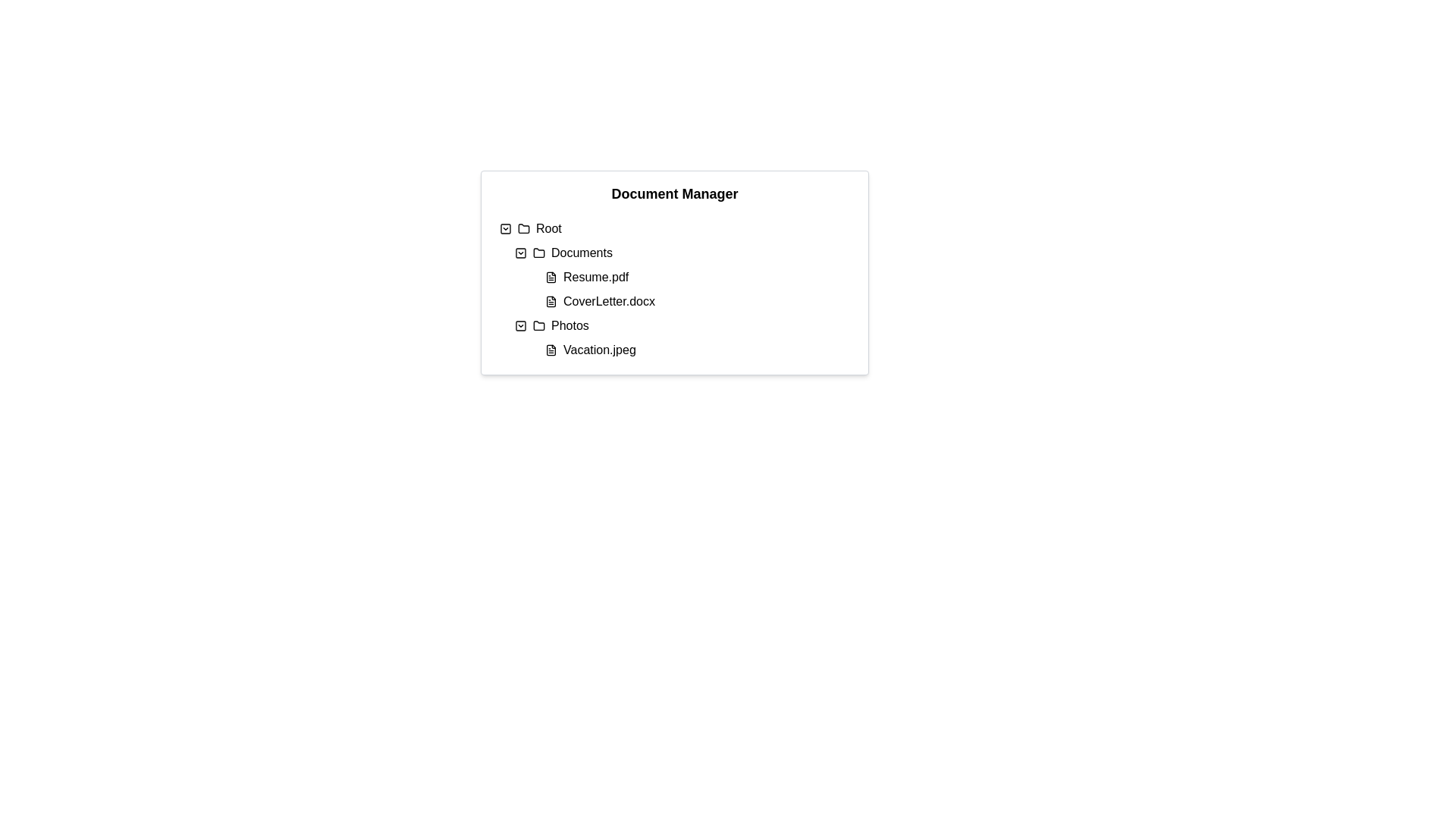 This screenshot has width=1456, height=819. Describe the element at coordinates (524, 228) in the screenshot. I see `the folder icon, which is a lightweight, outlined shape with rounded edges, located next to the 'Root' label` at that location.